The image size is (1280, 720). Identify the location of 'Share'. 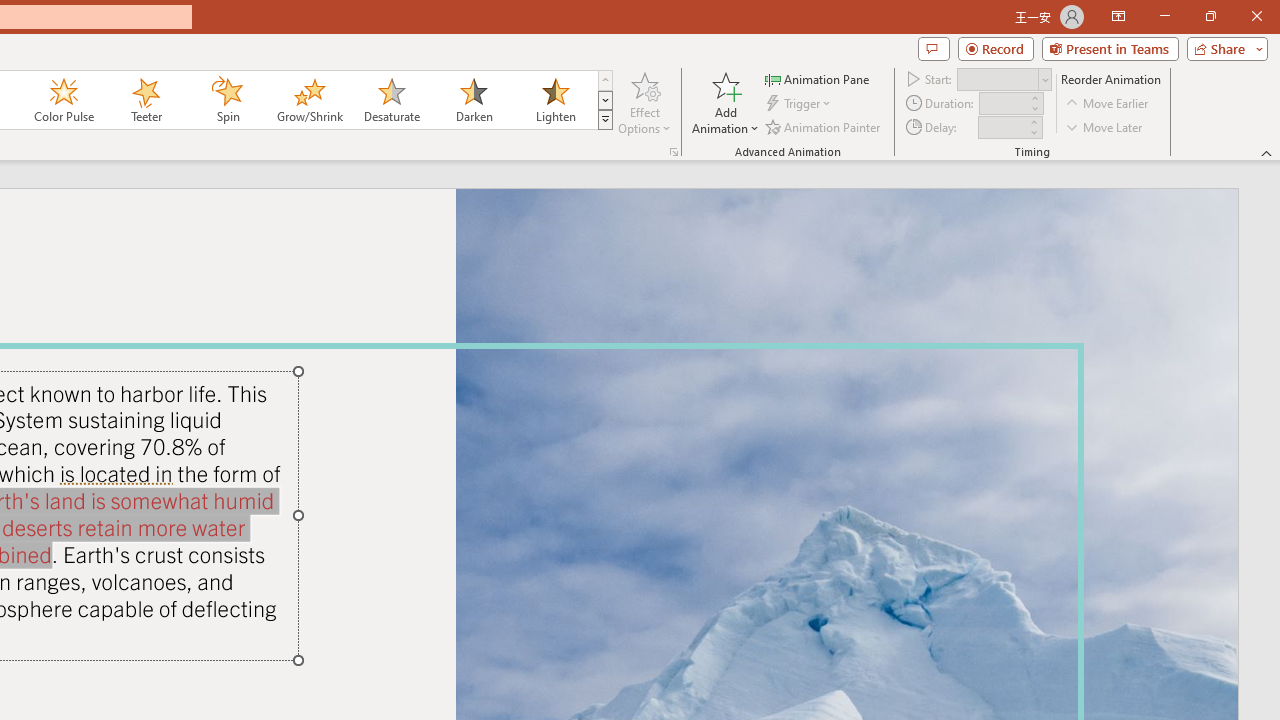
(1222, 47).